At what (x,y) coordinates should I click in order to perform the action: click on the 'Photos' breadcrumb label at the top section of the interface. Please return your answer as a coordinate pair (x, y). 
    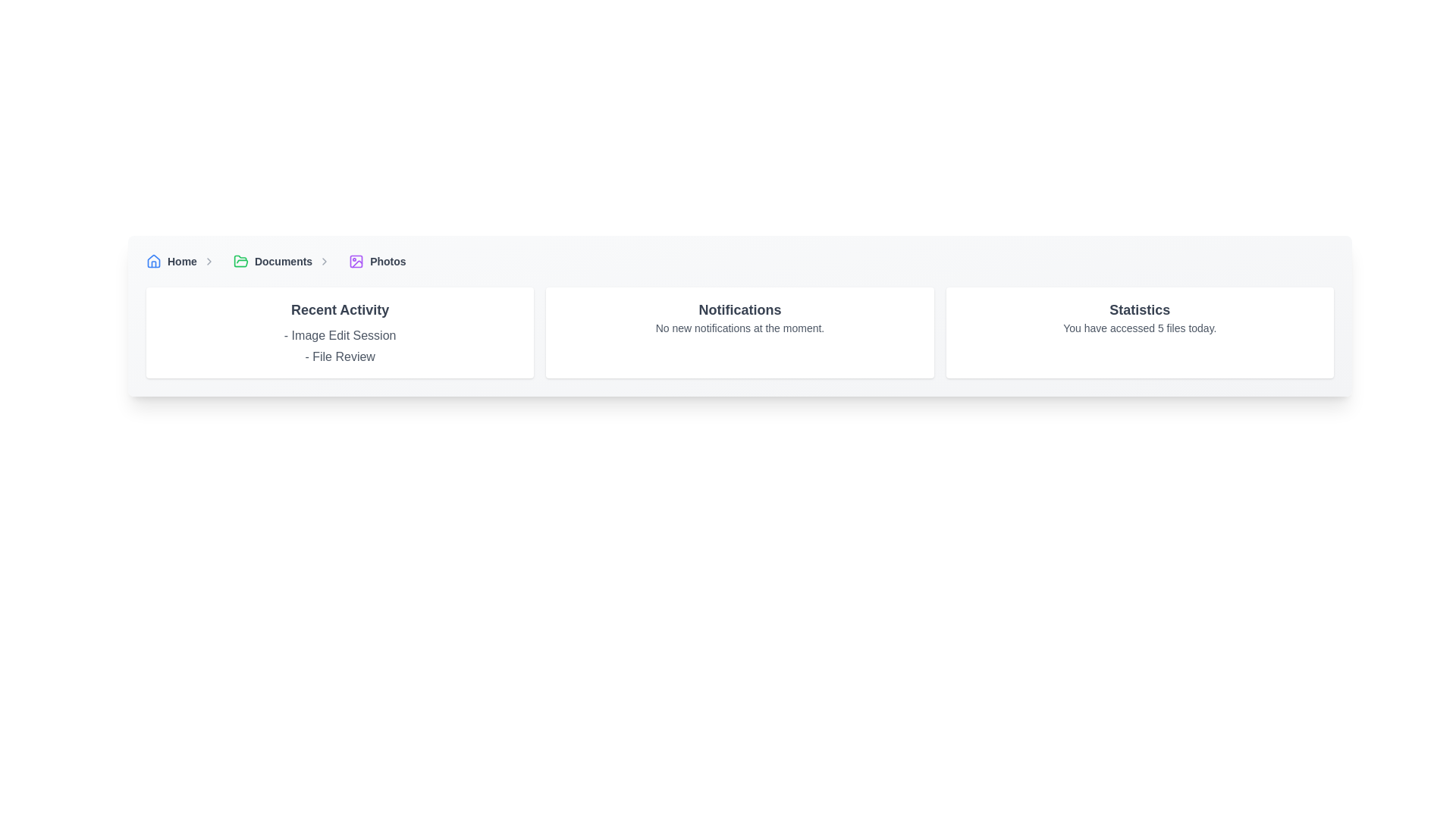
    Looking at the image, I should click on (388, 260).